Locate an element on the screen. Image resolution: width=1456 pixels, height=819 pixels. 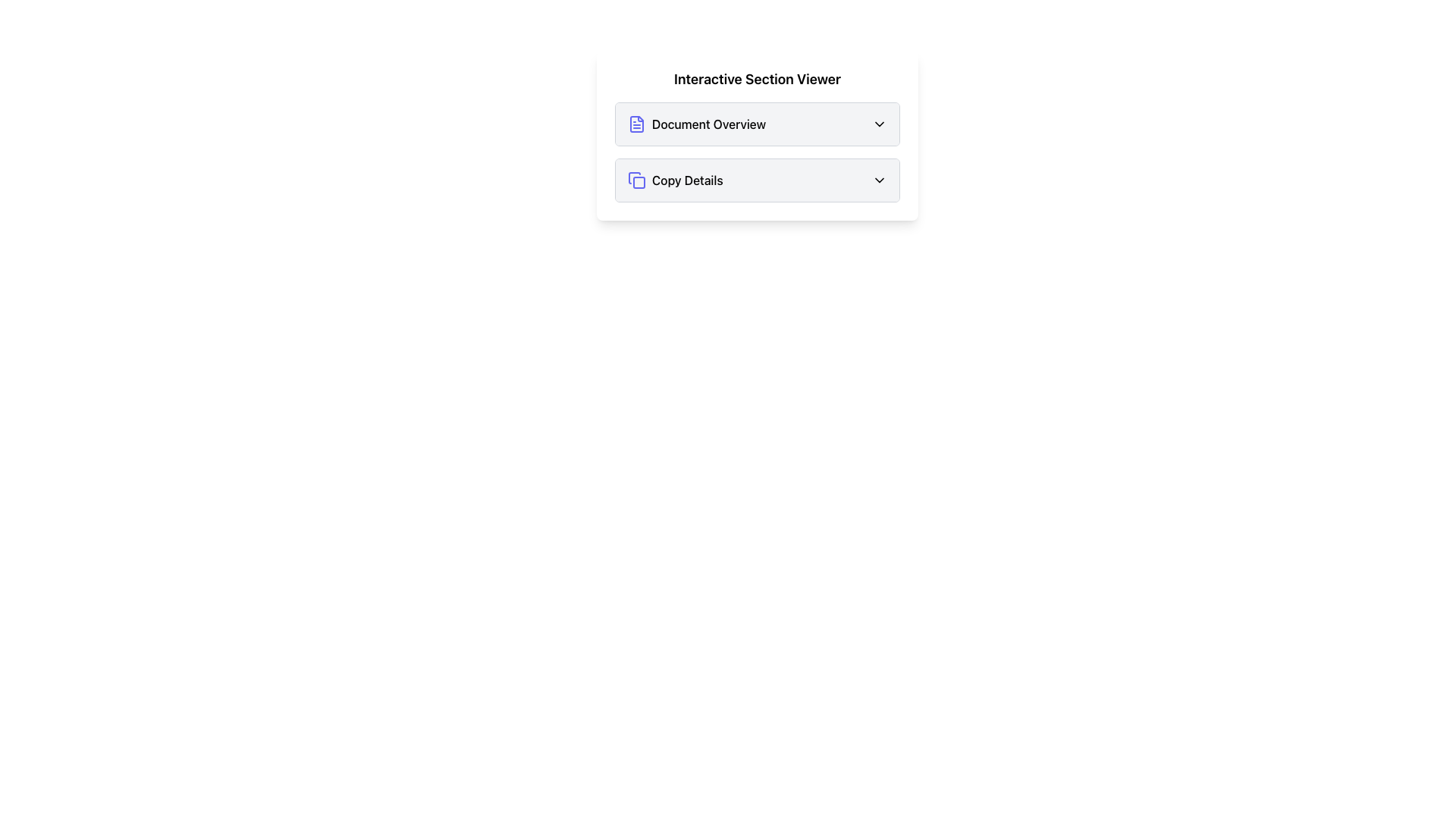
the indigo document icon located to the left of the 'Document Overview' label in the interactive viewer is located at coordinates (637, 124).